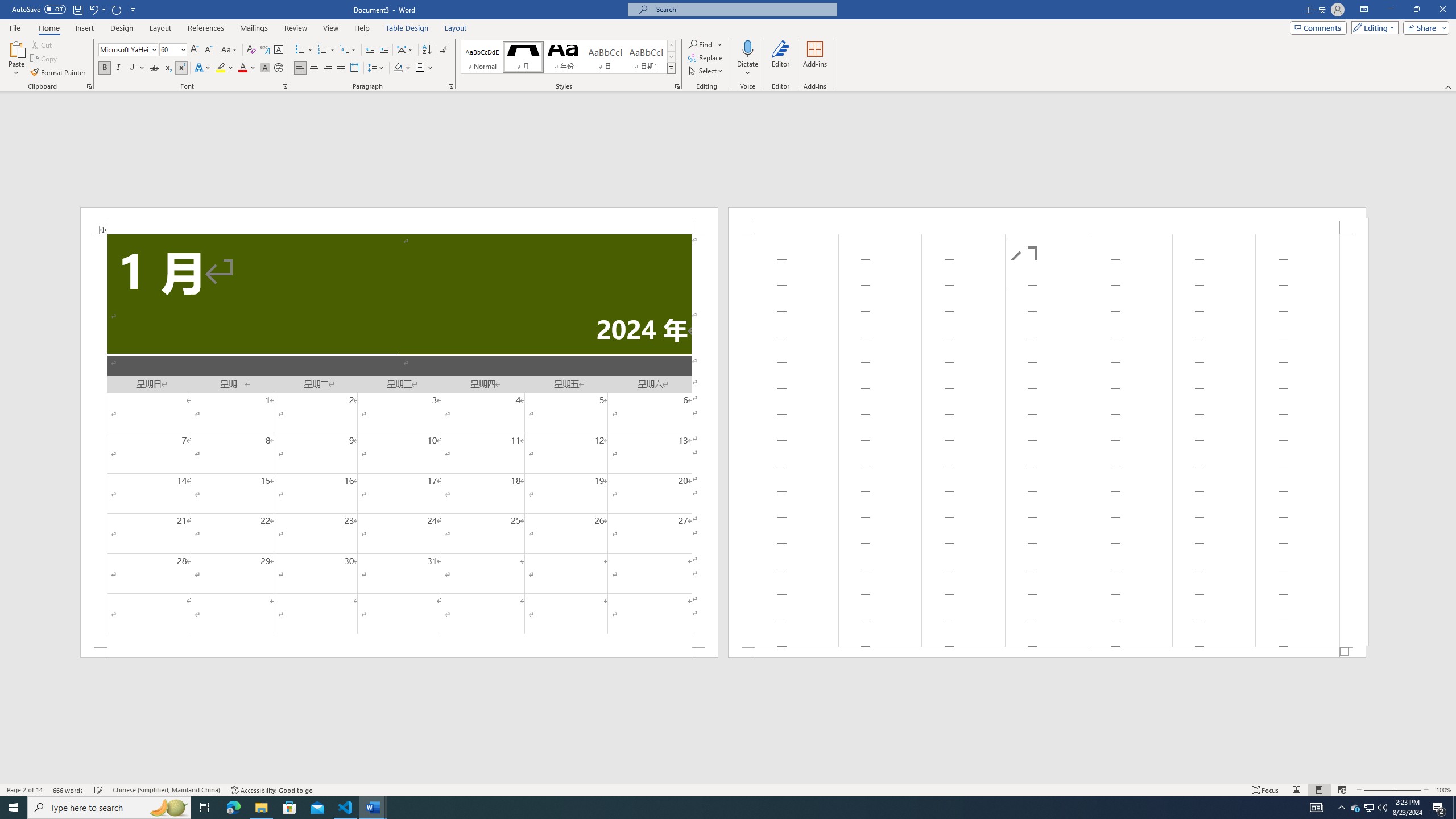 Image resolution: width=1456 pixels, height=819 pixels. Describe the element at coordinates (399, 440) in the screenshot. I see `'Page 1 content'` at that location.